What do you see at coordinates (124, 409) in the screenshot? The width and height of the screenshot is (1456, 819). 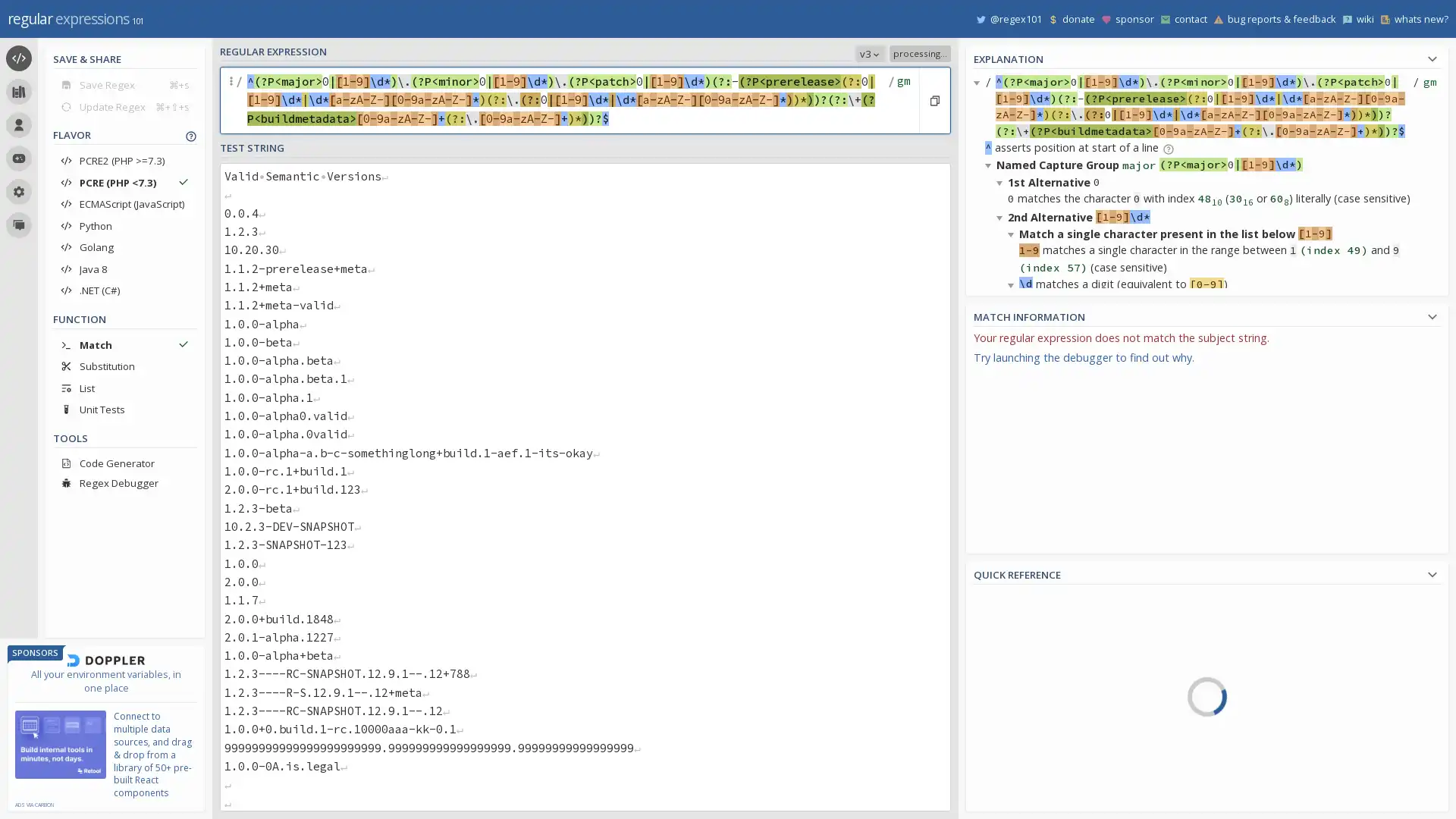 I see `Unit Tests` at bounding box center [124, 409].